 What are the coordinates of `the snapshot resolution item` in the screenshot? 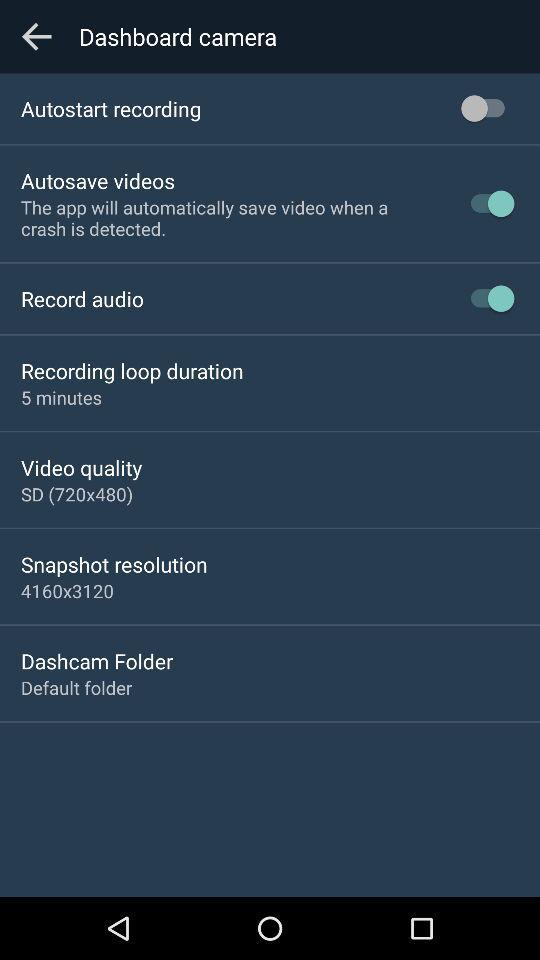 It's located at (114, 564).